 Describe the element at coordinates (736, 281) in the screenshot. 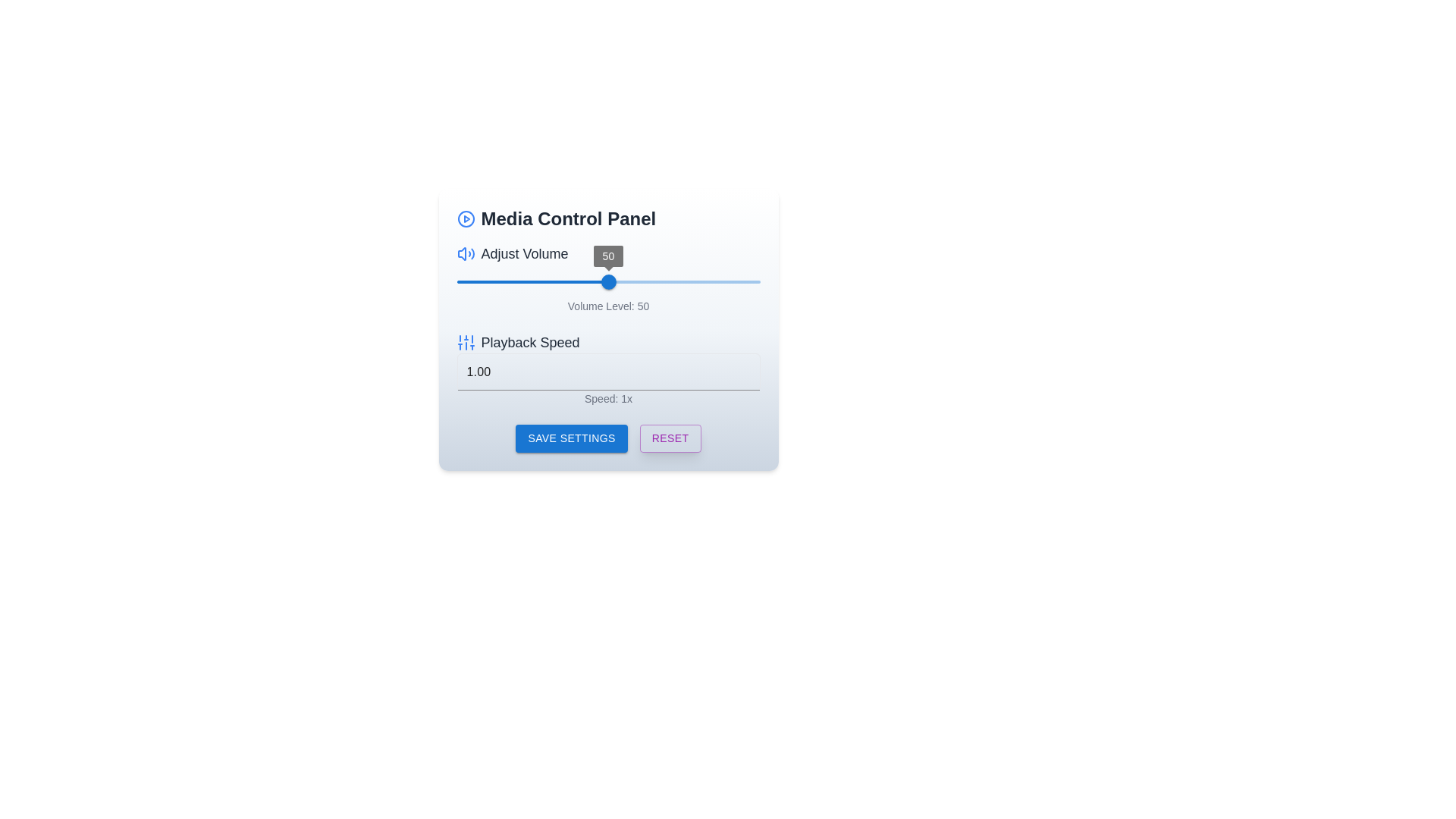

I see `volume` at that location.